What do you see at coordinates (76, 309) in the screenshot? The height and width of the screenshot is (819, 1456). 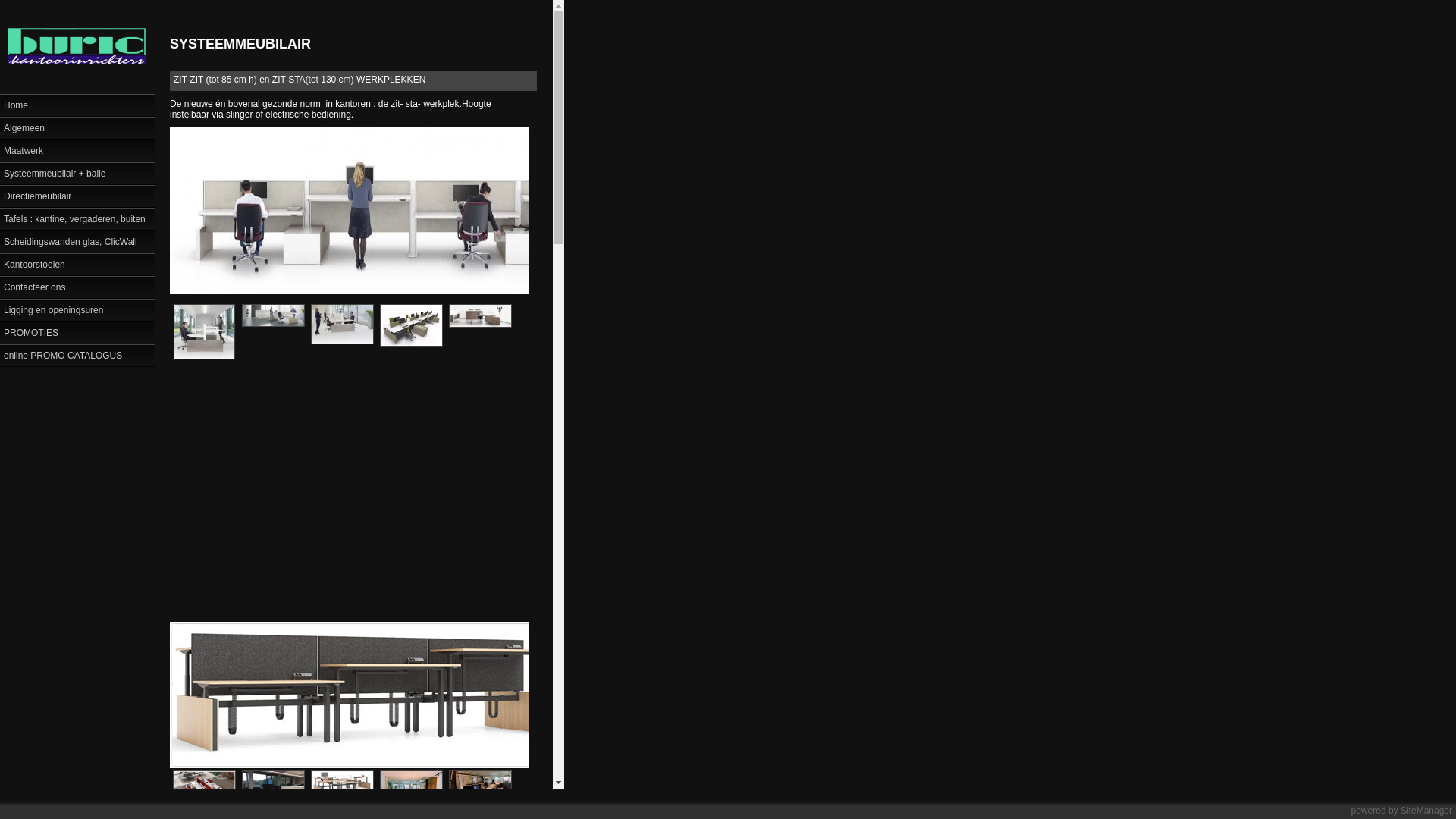 I see `'Ligging en openingsuren'` at bounding box center [76, 309].